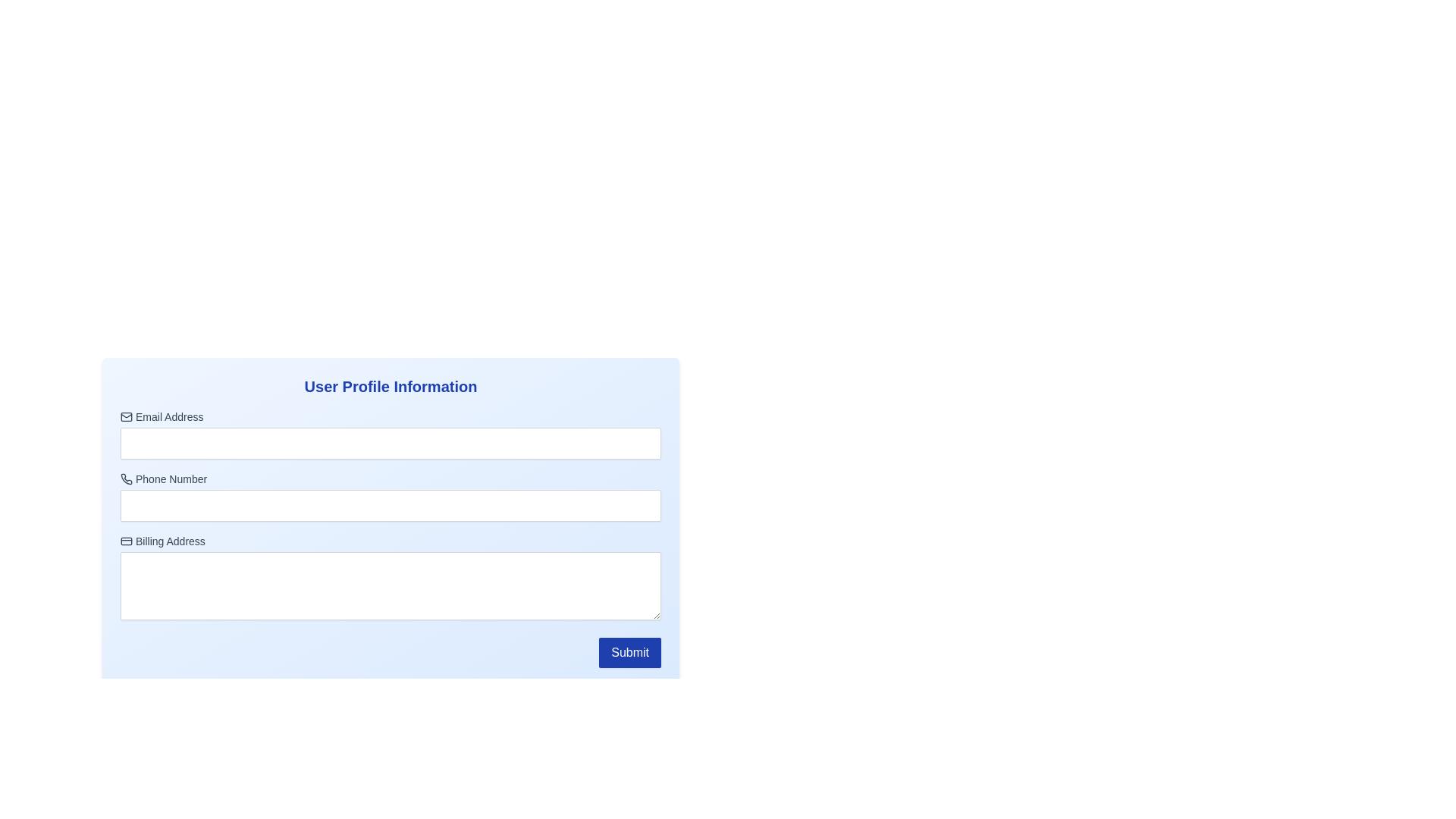 The height and width of the screenshot is (819, 1456). Describe the element at coordinates (127, 479) in the screenshot. I see `the phone handle icon representing contact information, which is located to the left of the 'Phone Number' field in the 'User Profile Information' form` at that location.